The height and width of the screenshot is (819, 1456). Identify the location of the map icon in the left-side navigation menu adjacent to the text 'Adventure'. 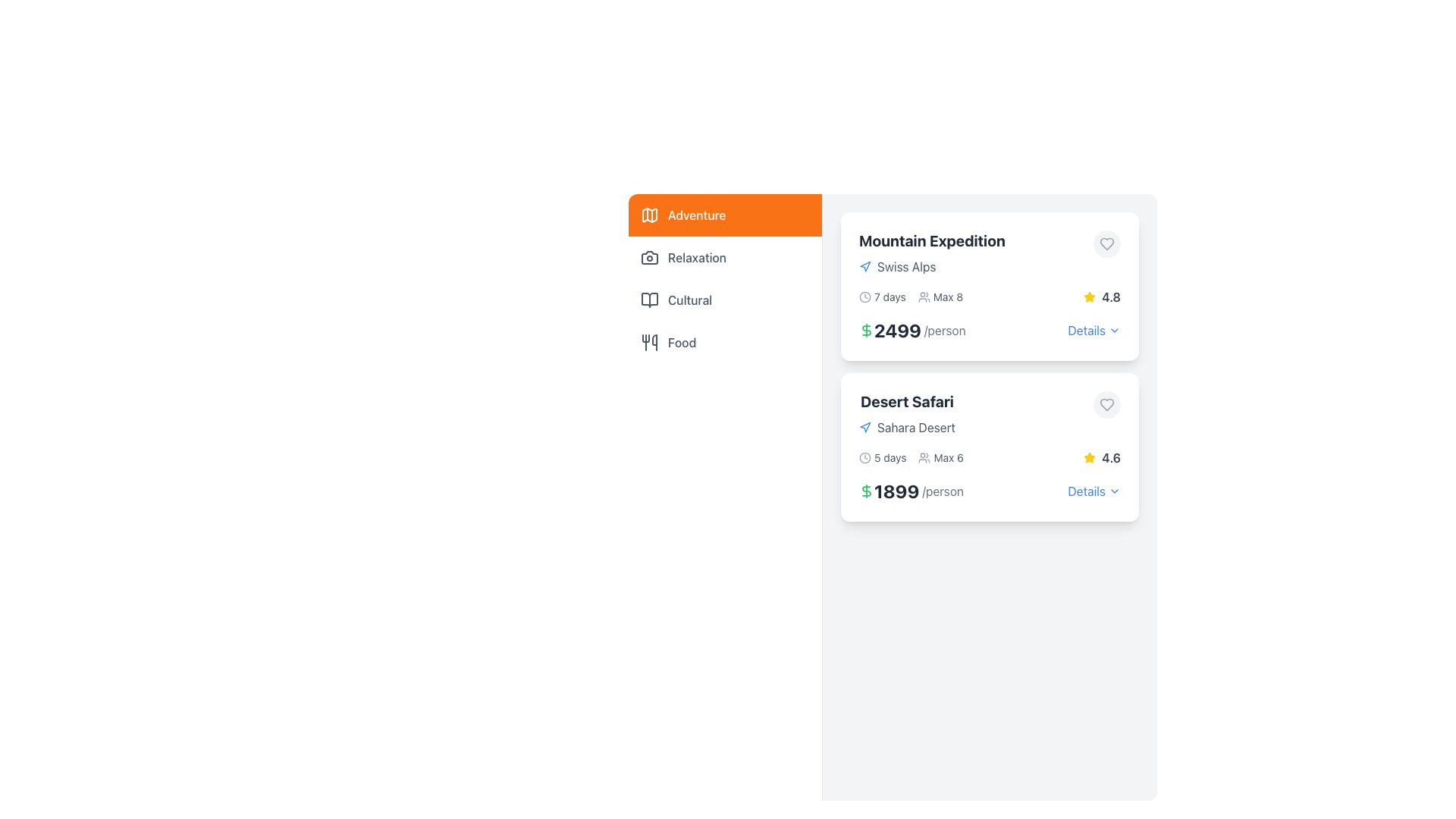
(650, 215).